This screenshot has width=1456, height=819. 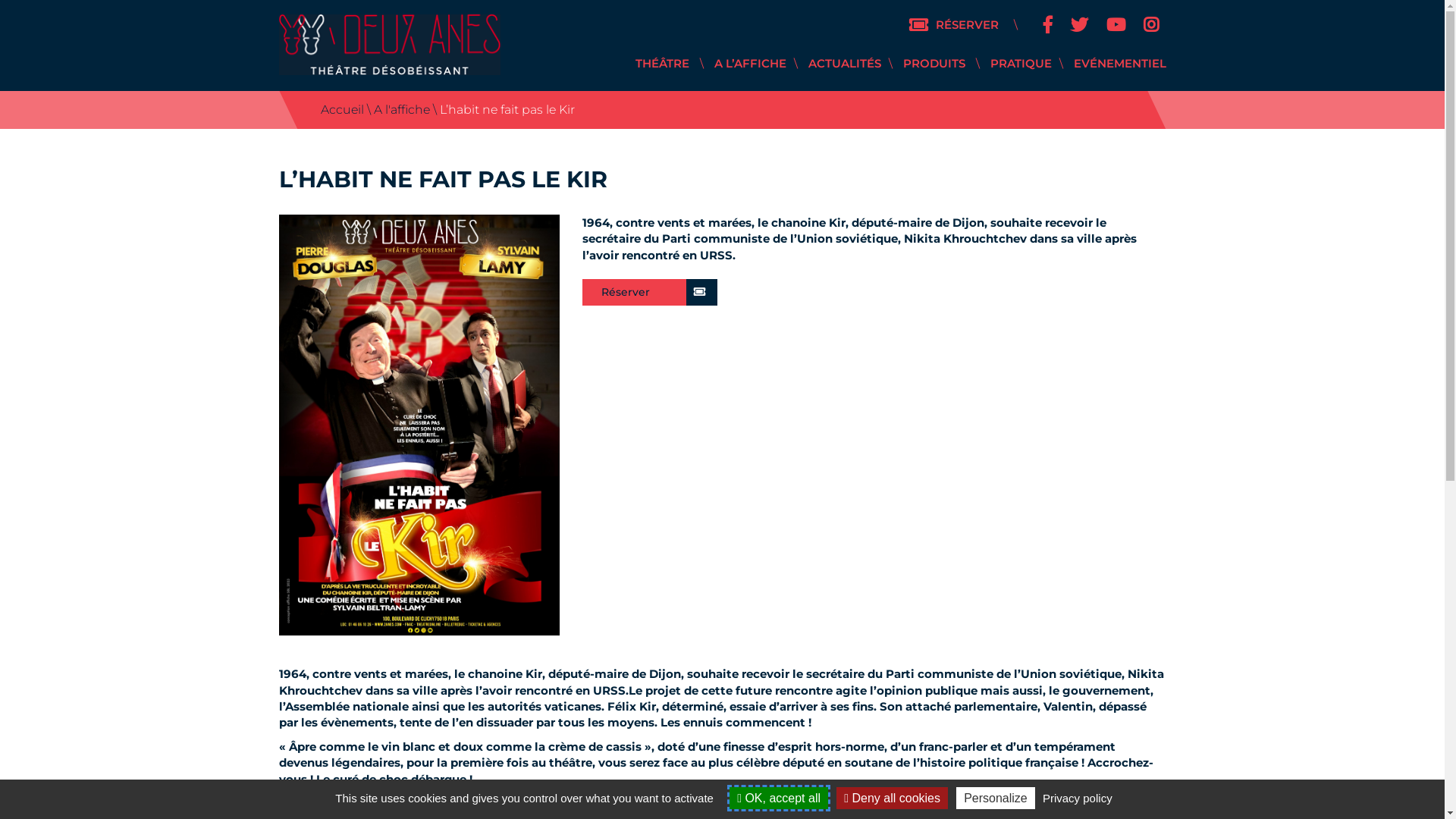 What do you see at coordinates (1076, 797) in the screenshot?
I see `'Privacy policy'` at bounding box center [1076, 797].